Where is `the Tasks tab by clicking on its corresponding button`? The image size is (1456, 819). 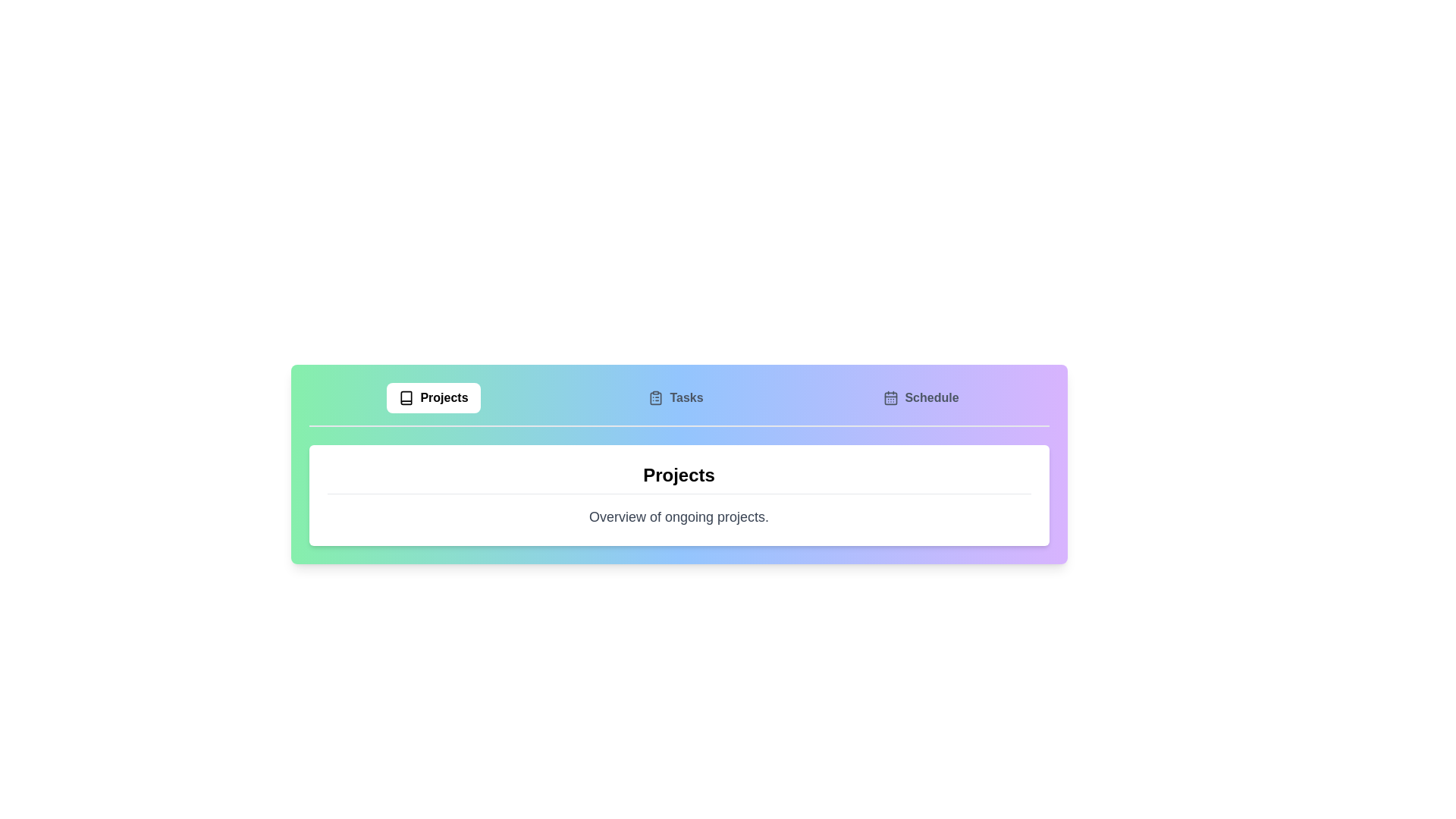
the Tasks tab by clicking on its corresponding button is located at coordinates (675, 397).